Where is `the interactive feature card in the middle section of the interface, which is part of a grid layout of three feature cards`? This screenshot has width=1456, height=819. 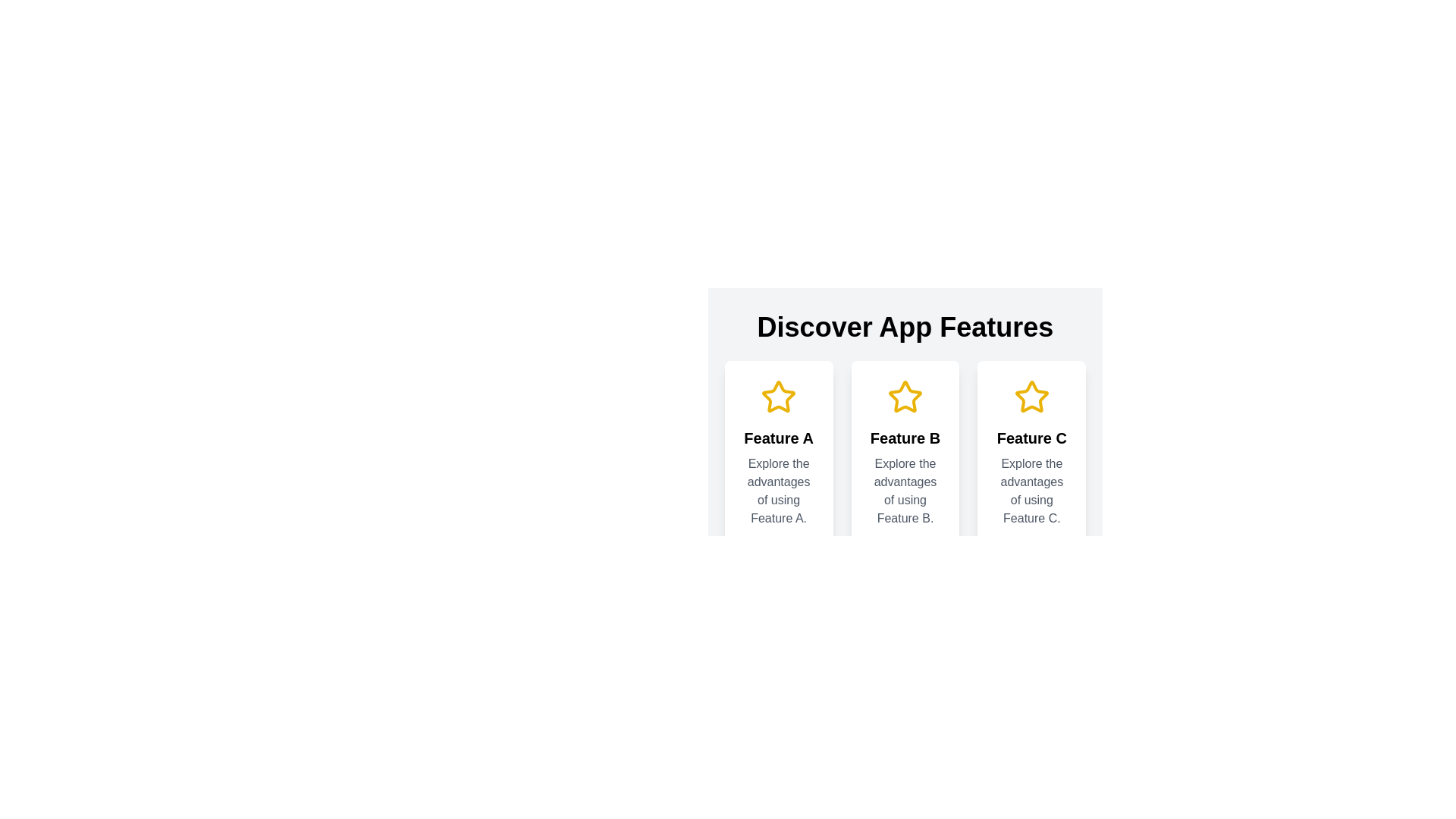 the interactive feature card in the middle section of the interface, which is part of a grid layout of three feature cards is located at coordinates (905, 452).